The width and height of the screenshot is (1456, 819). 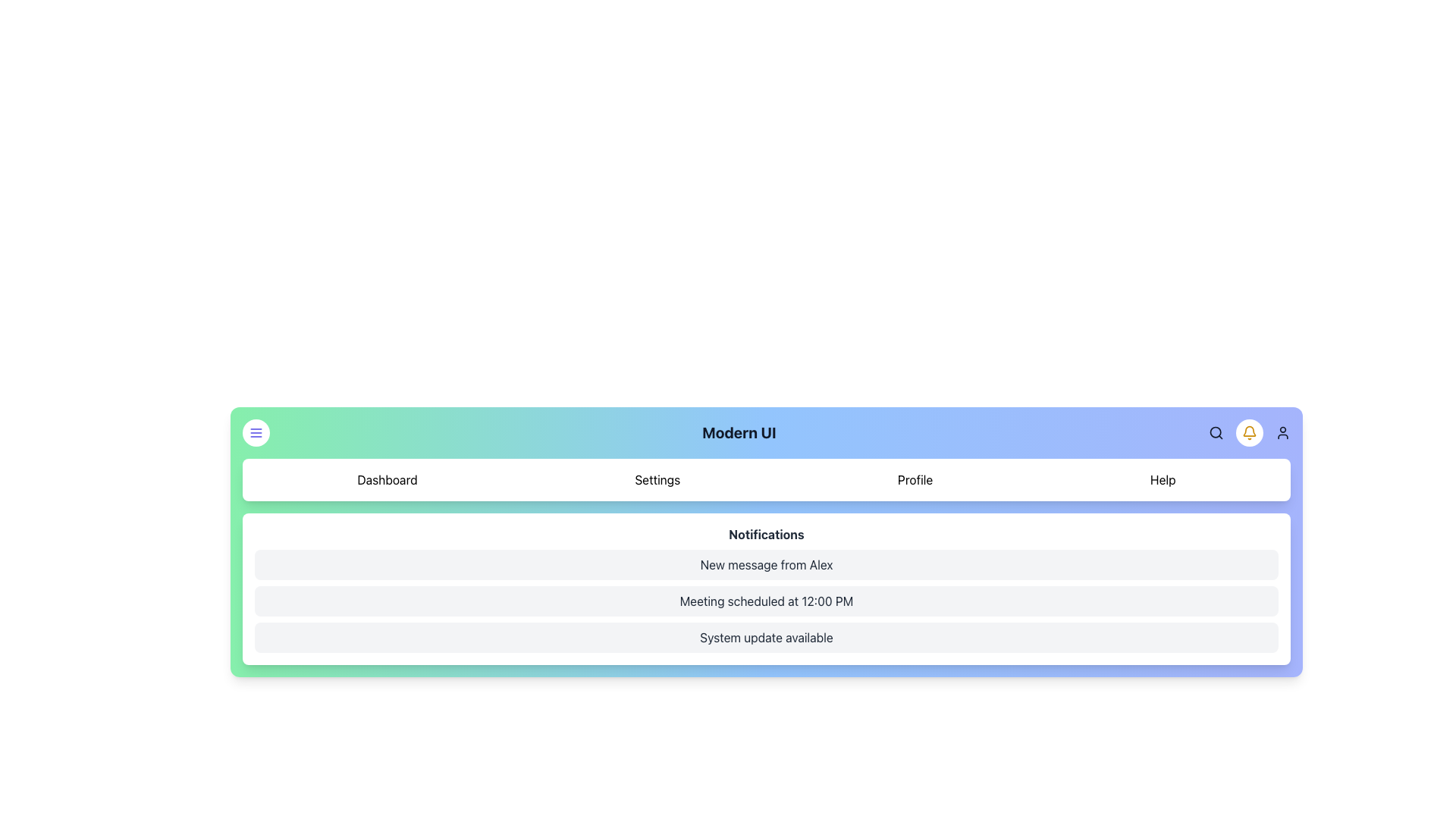 What do you see at coordinates (256, 432) in the screenshot?
I see `the circular button with a white background and blue stacked lines located on the left side of the top bar` at bounding box center [256, 432].